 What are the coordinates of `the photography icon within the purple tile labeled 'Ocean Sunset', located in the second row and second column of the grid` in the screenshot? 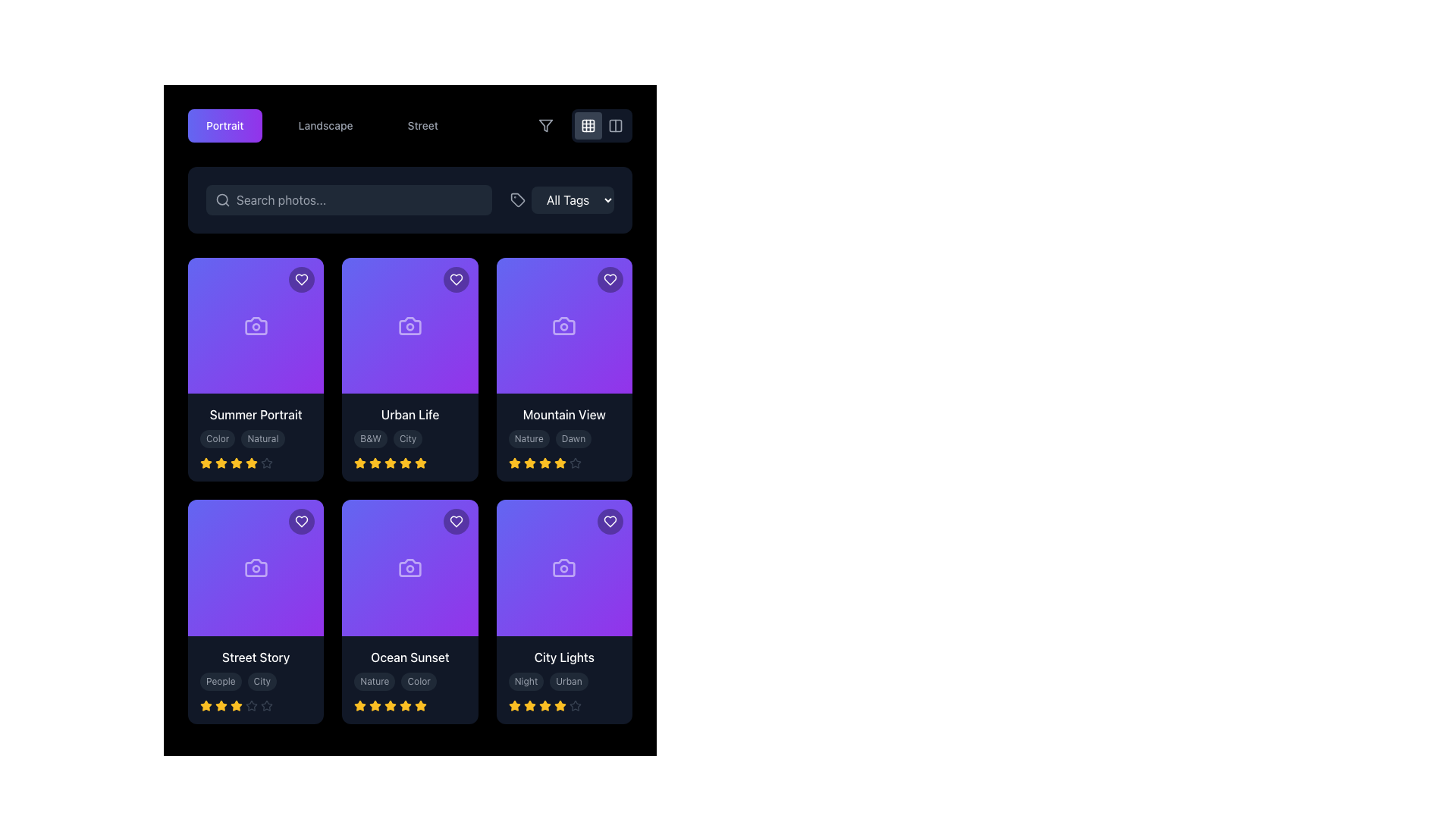 It's located at (410, 567).